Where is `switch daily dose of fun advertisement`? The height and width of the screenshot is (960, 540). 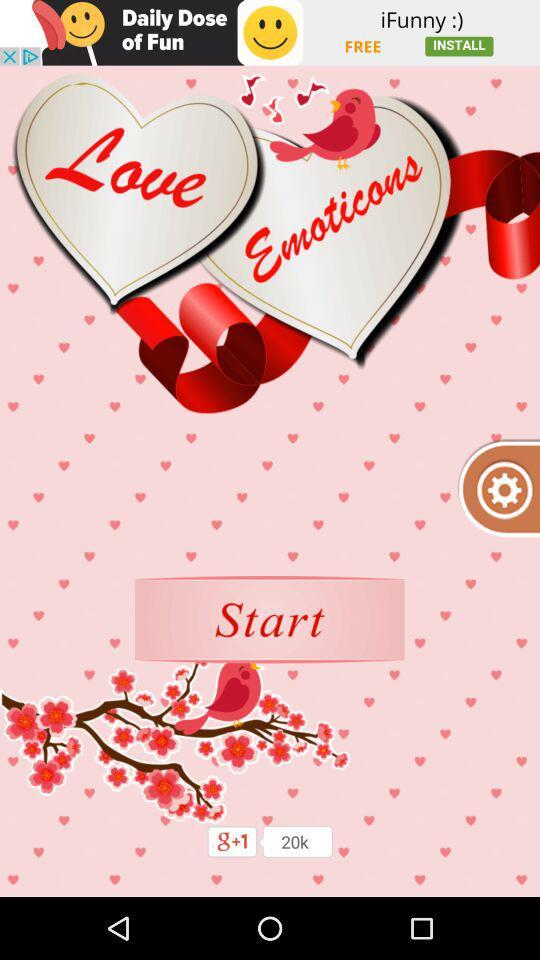
switch daily dose of fun advertisement is located at coordinates (270, 31).